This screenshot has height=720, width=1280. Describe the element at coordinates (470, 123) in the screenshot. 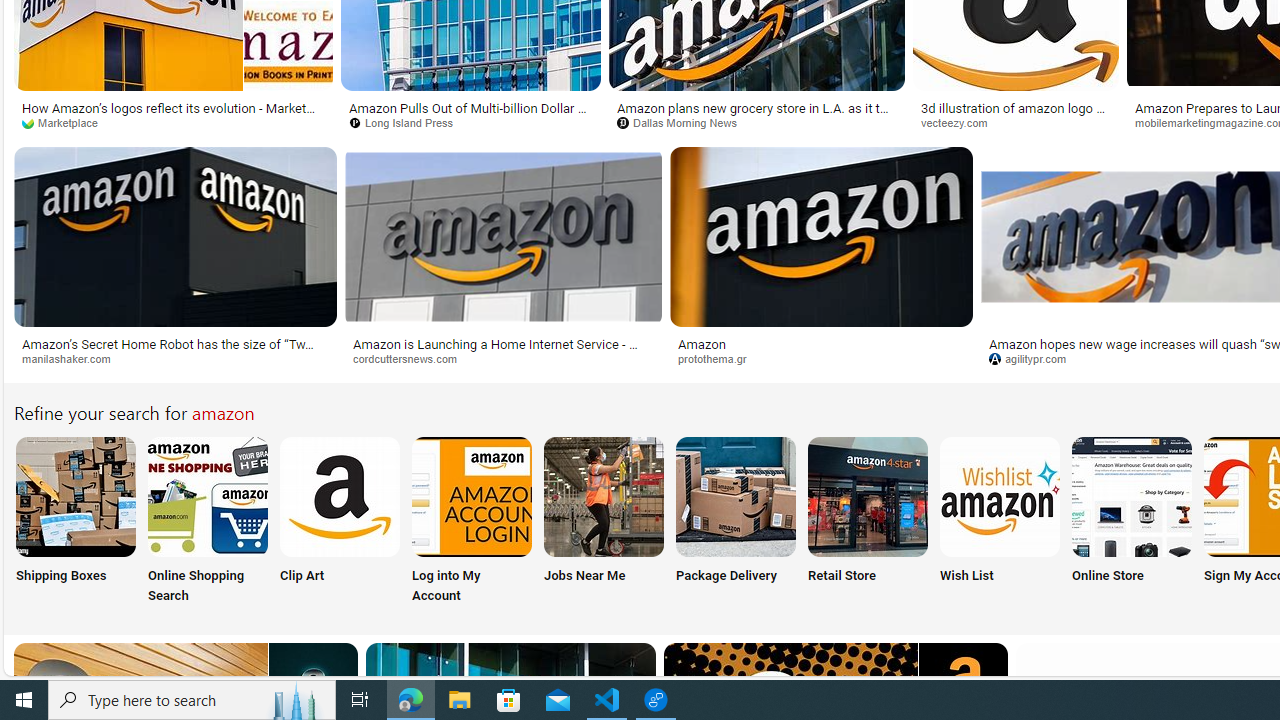

I see `'Long Island Press'` at that location.